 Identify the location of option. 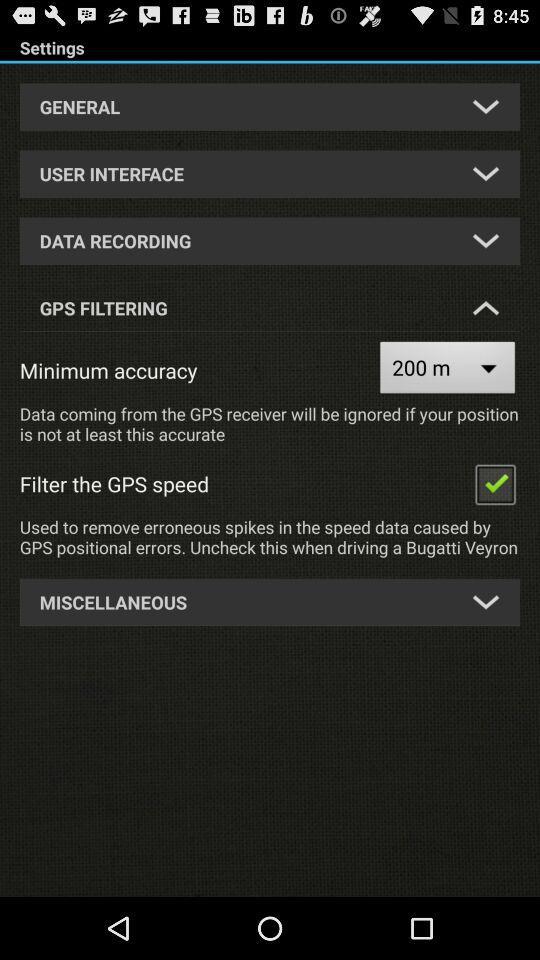
(494, 482).